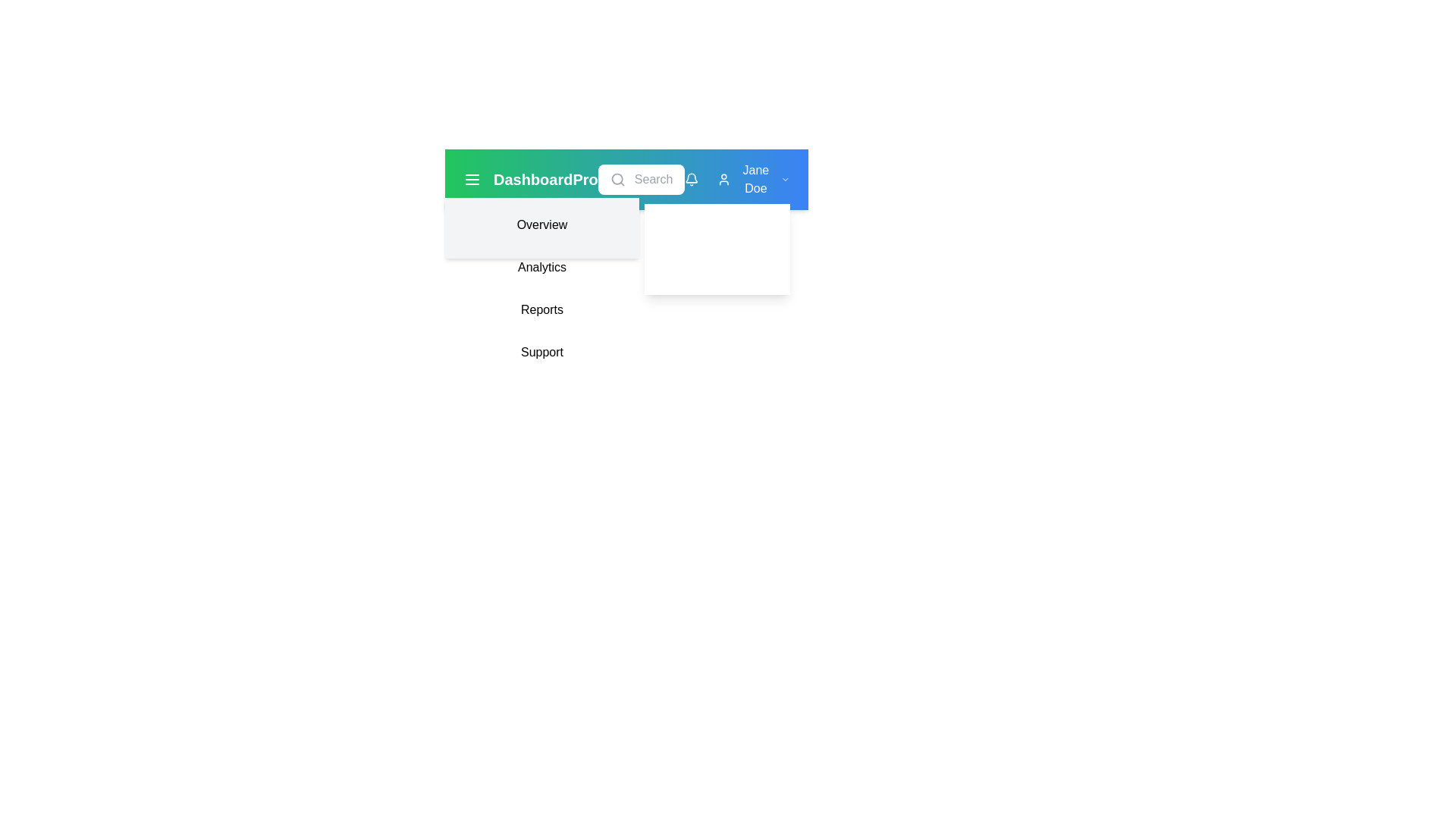 The image size is (1456, 819). Describe the element at coordinates (546, 178) in the screenshot. I see `the branding text label positioned in the top navigation bar, located to the center-left of the interface, next to the menu icon with three horizontal lines` at that location.